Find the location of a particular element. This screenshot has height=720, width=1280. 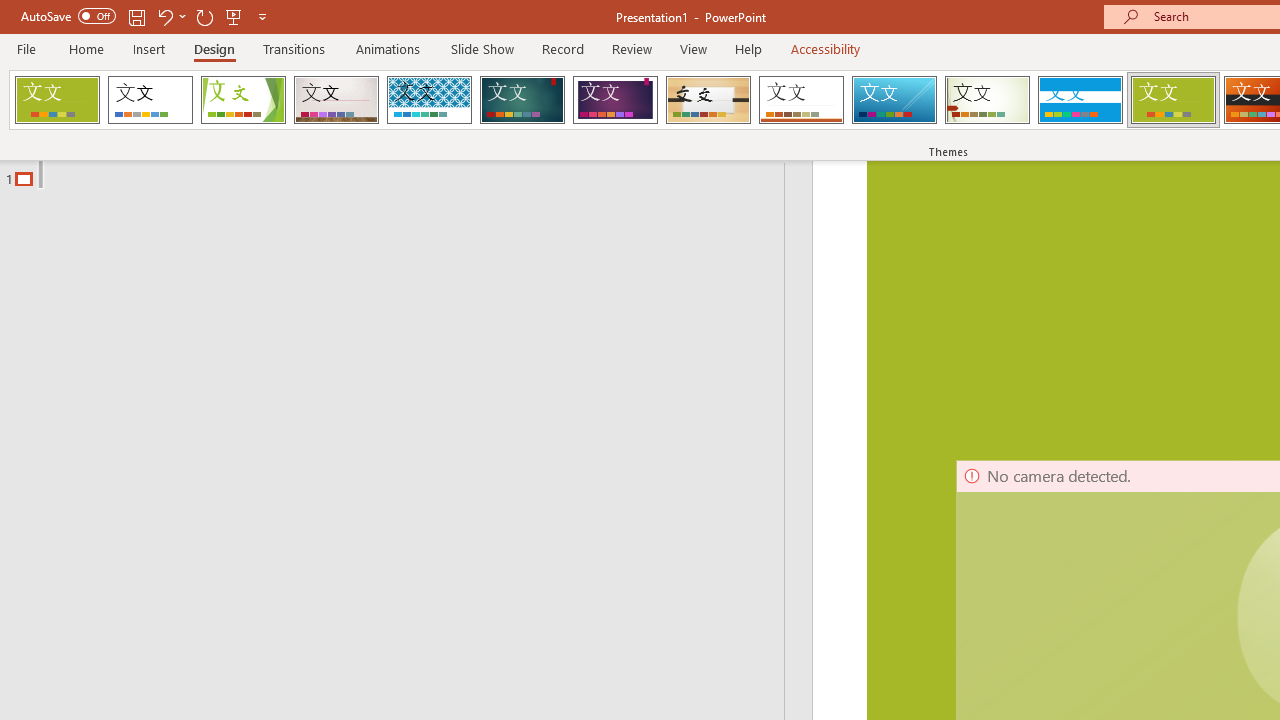

'Organic' is located at coordinates (708, 100).